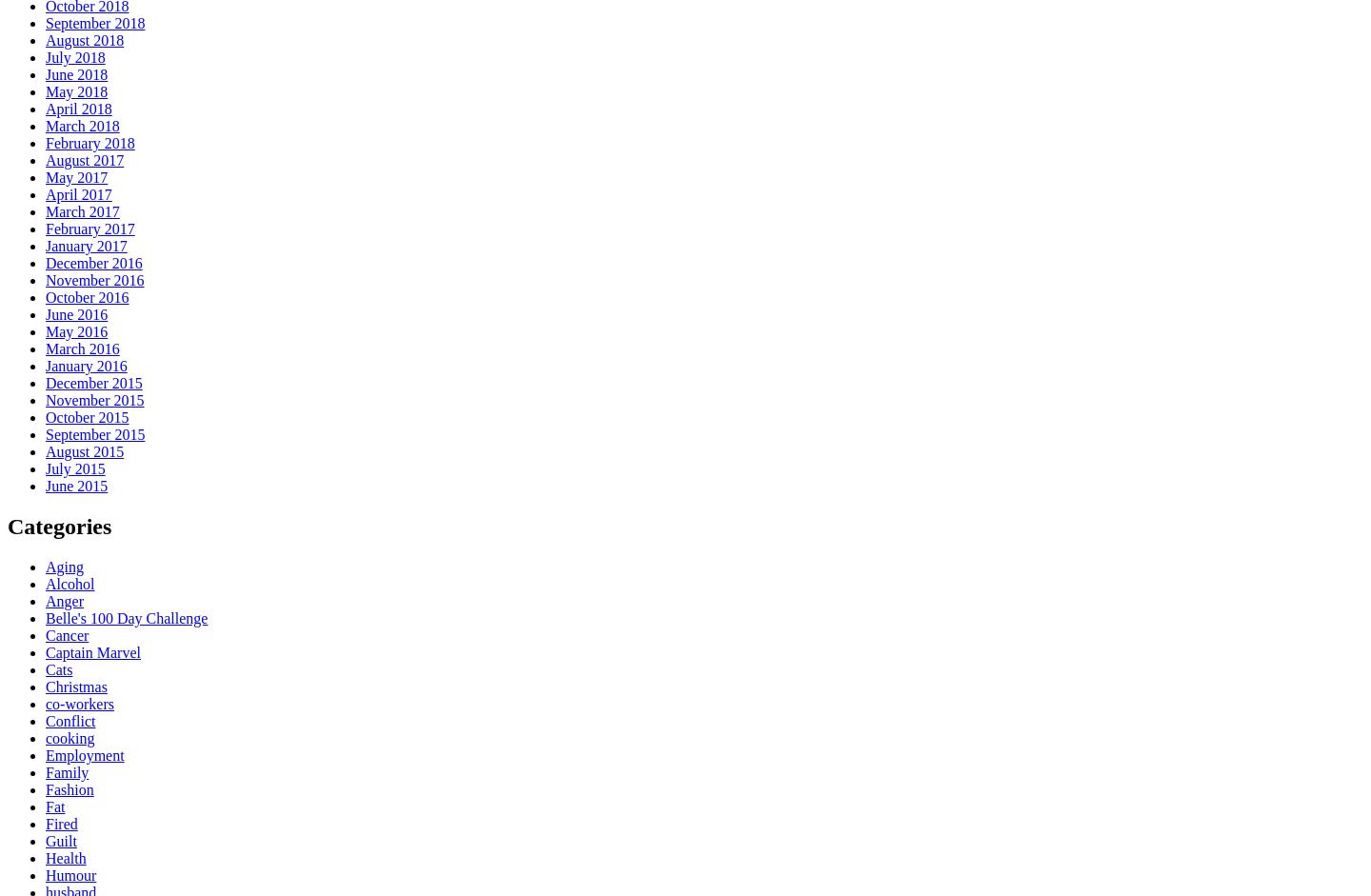 The image size is (1371, 896). Describe the element at coordinates (44, 583) in the screenshot. I see `'Alcohol'` at that location.